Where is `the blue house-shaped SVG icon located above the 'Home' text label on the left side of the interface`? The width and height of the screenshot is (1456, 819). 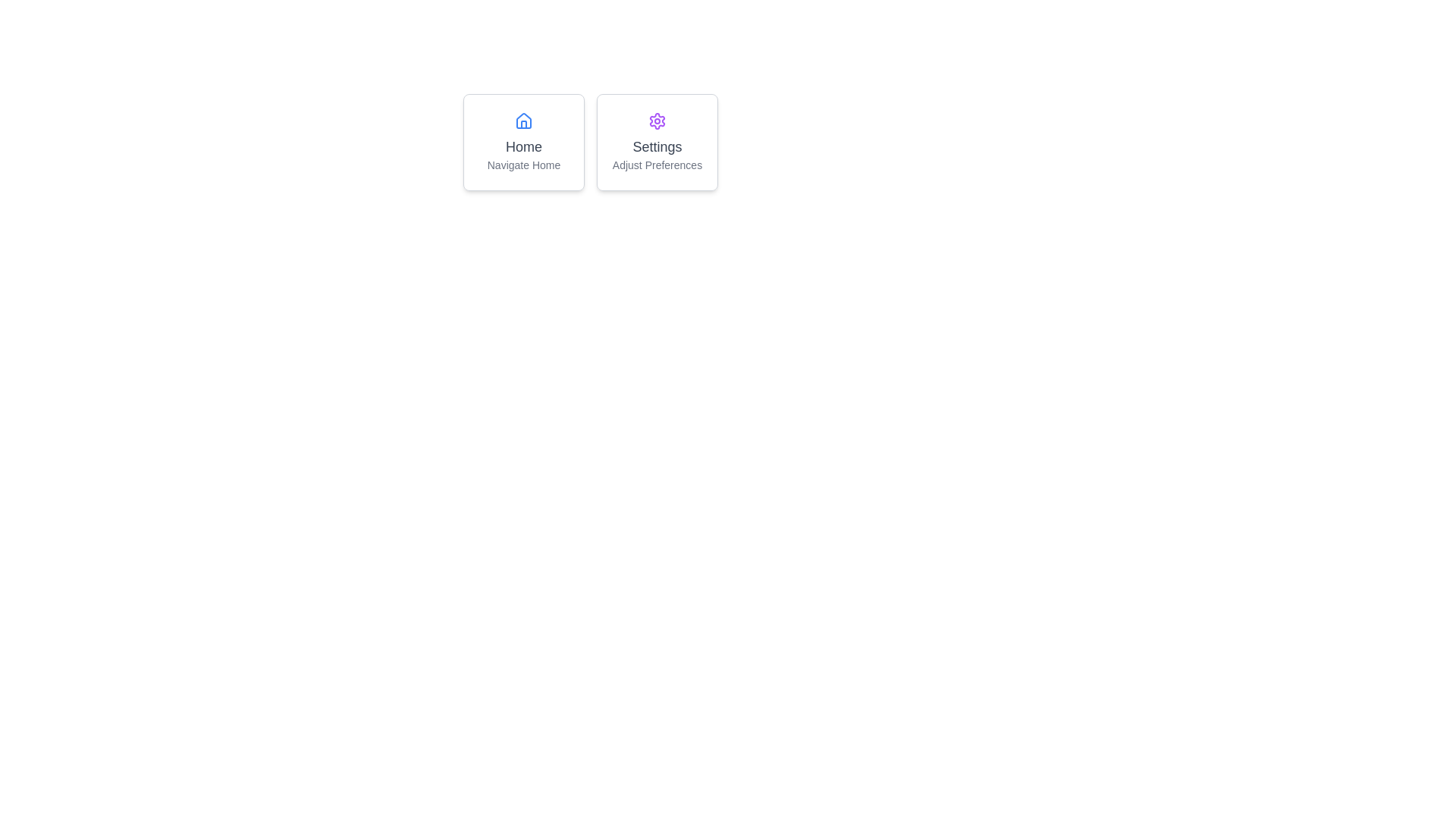
the blue house-shaped SVG icon located above the 'Home' text label on the left side of the interface is located at coordinates (524, 119).